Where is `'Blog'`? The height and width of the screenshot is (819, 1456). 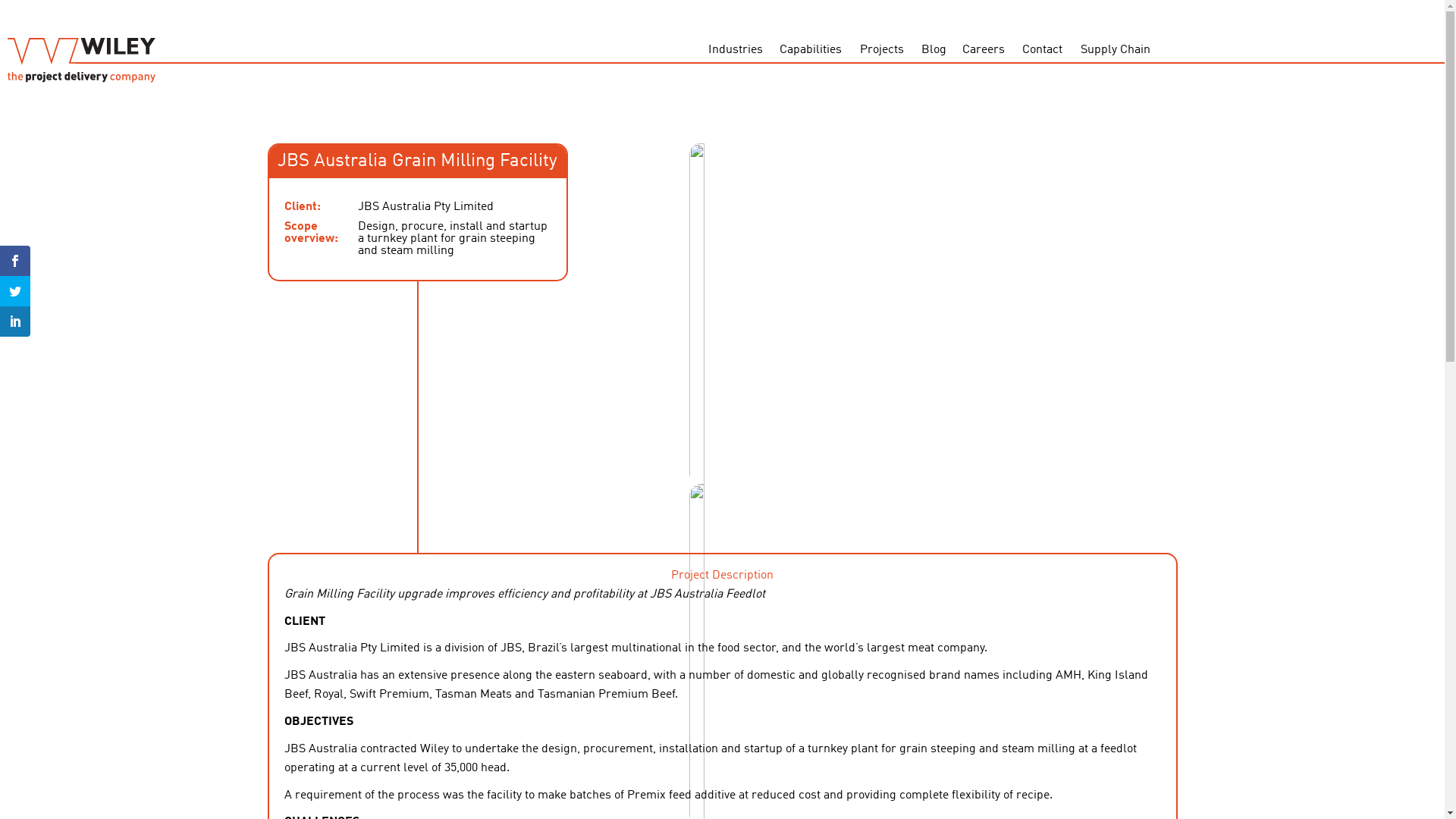 'Blog' is located at coordinates (912, 49).